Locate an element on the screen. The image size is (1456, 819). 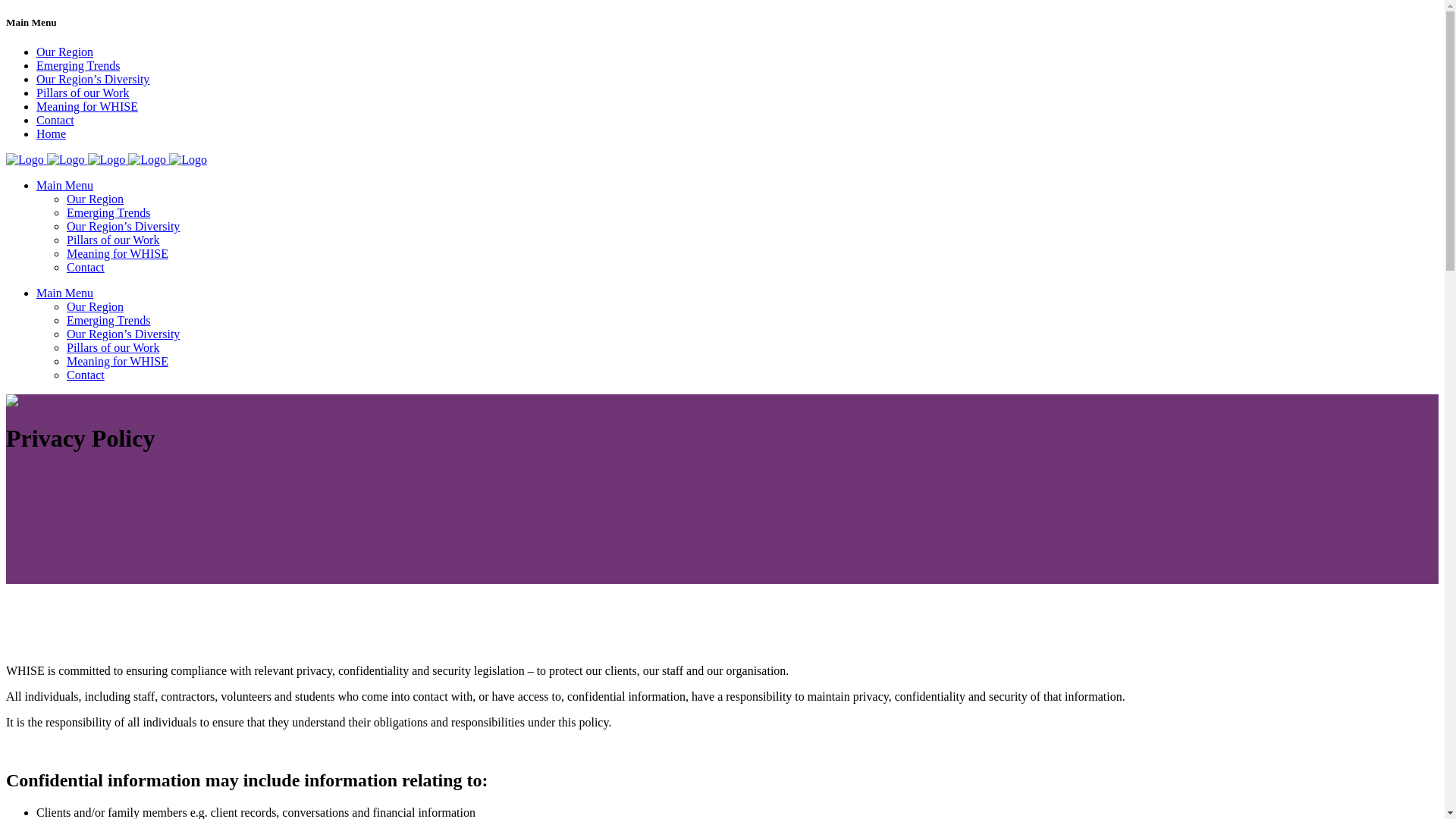
'Meaning for WHISE' is located at coordinates (65, 361).